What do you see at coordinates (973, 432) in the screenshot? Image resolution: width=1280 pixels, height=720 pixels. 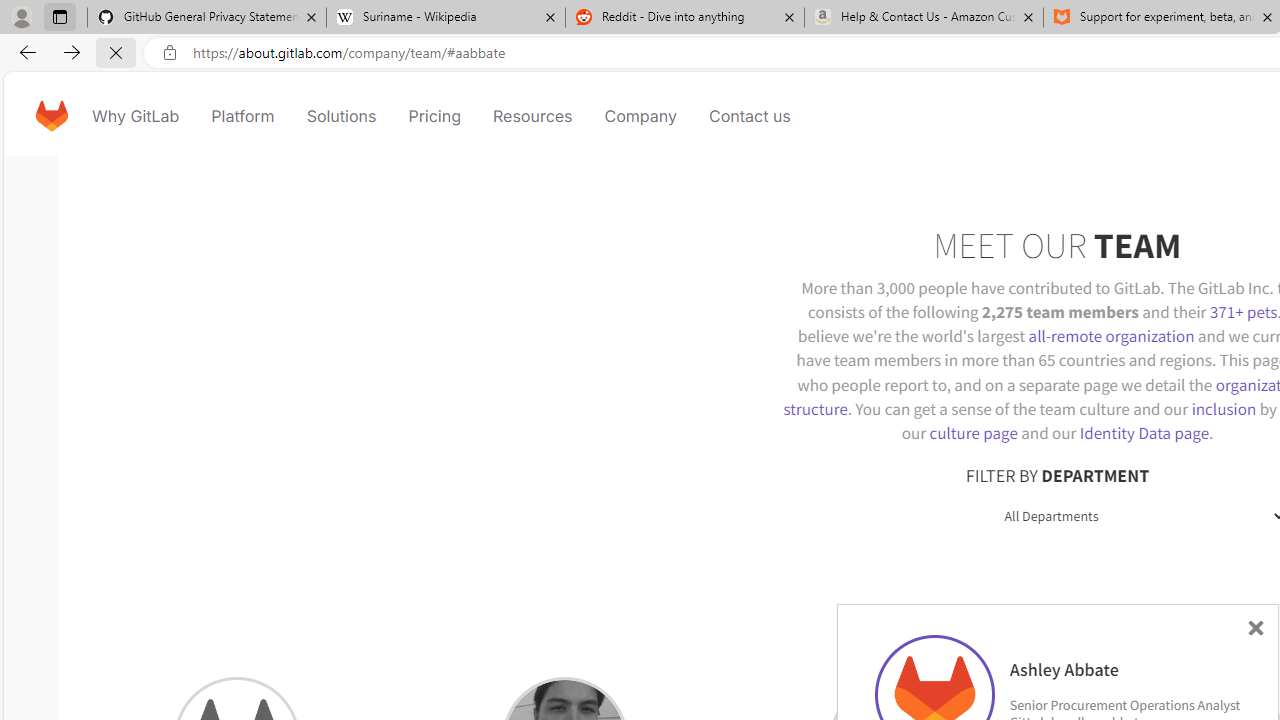 I see `'culture page'` at bounding box center [973, 432].